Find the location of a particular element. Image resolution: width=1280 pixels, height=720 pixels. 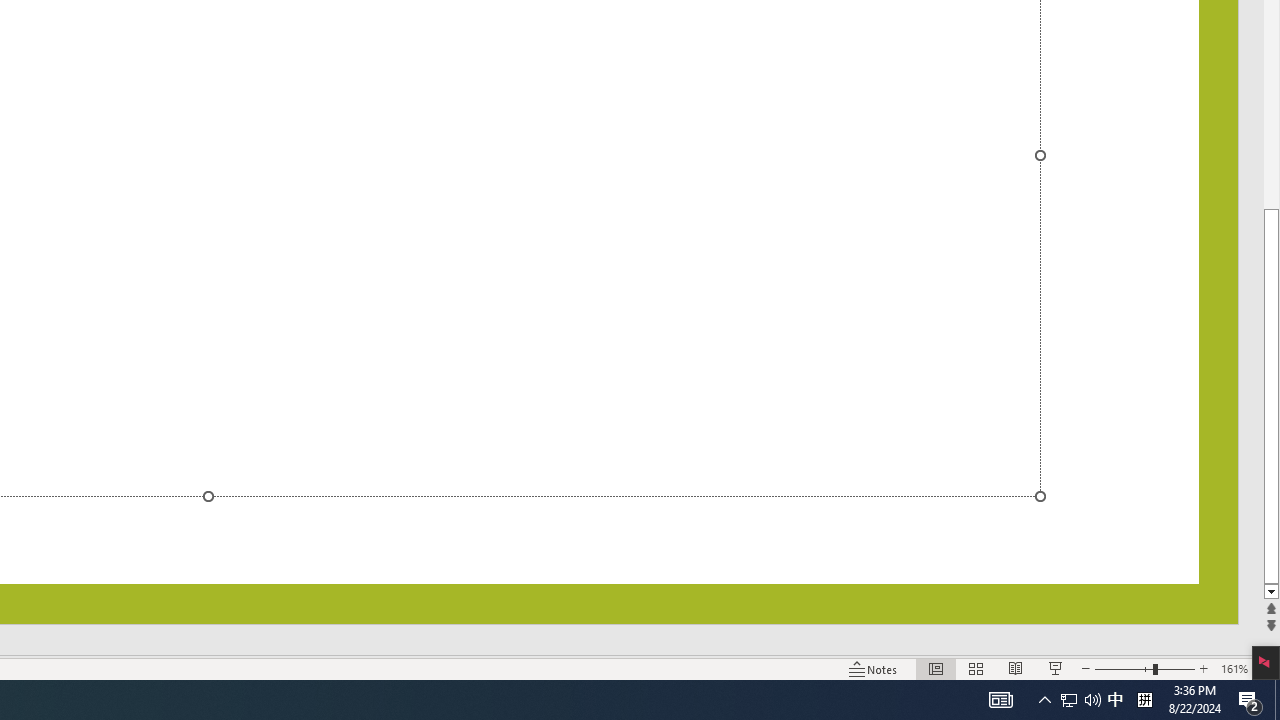

'Zoom to Fit ' is located at coordinates (1266, 669).